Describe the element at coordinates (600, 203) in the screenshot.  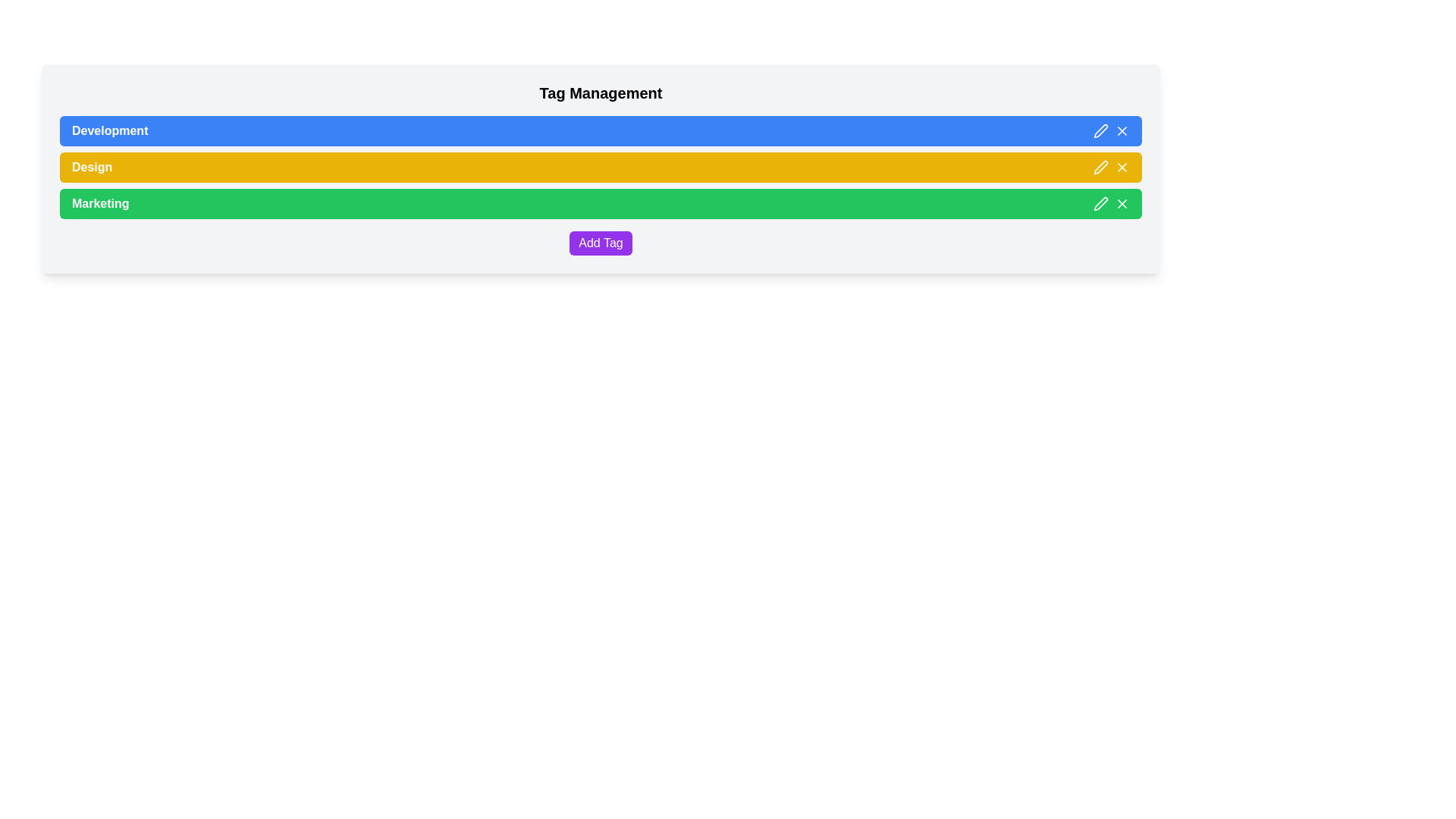
I see `the 'Marketing' button, which is the third button in a vertical list located below the 'Design' button and above the 'Add Tag' button` at that location.